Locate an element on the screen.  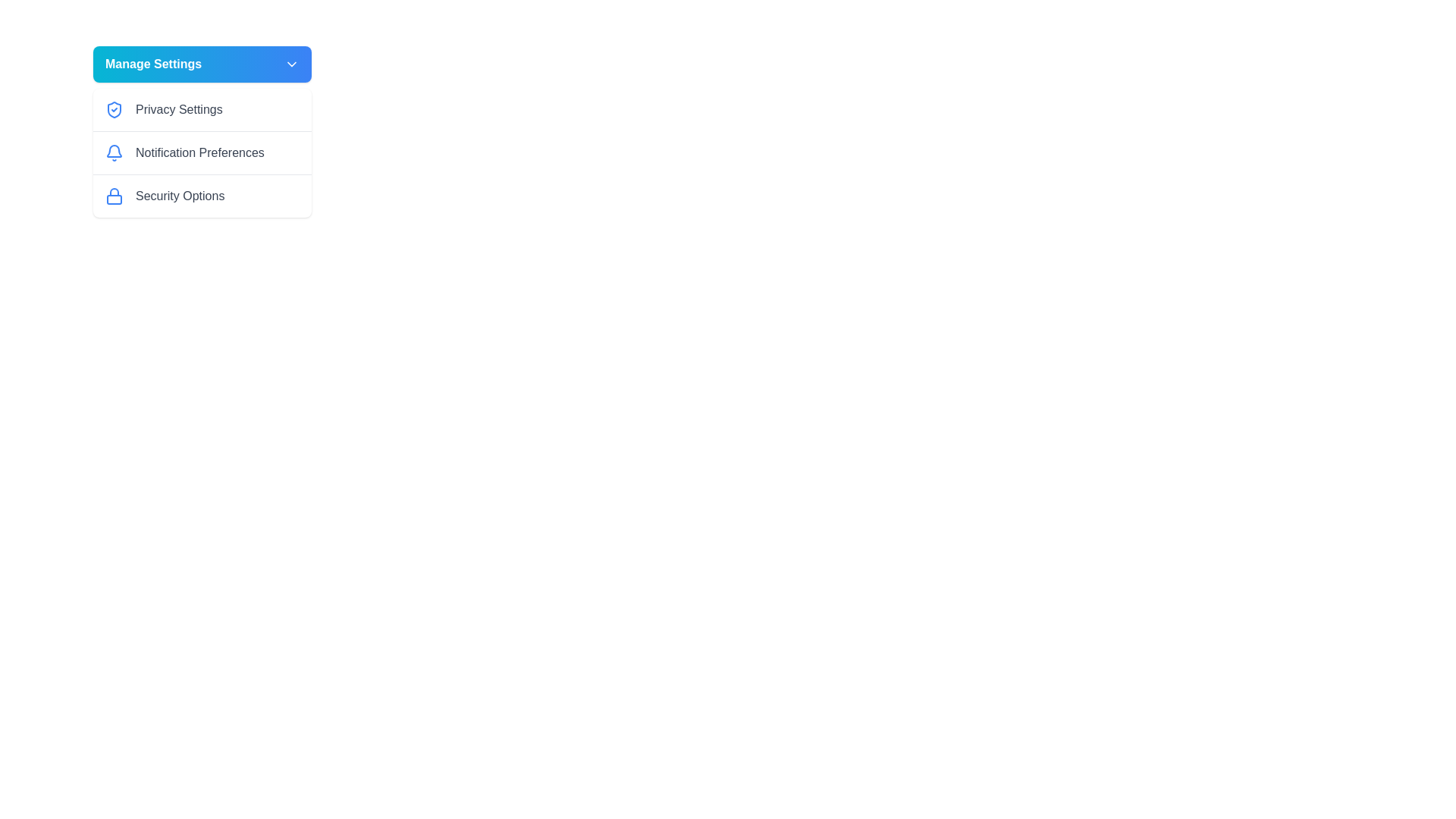
the security icon located to the left of the text 'Security Options' within the 'Manage Settings' section is located at coordinates (113, 195).